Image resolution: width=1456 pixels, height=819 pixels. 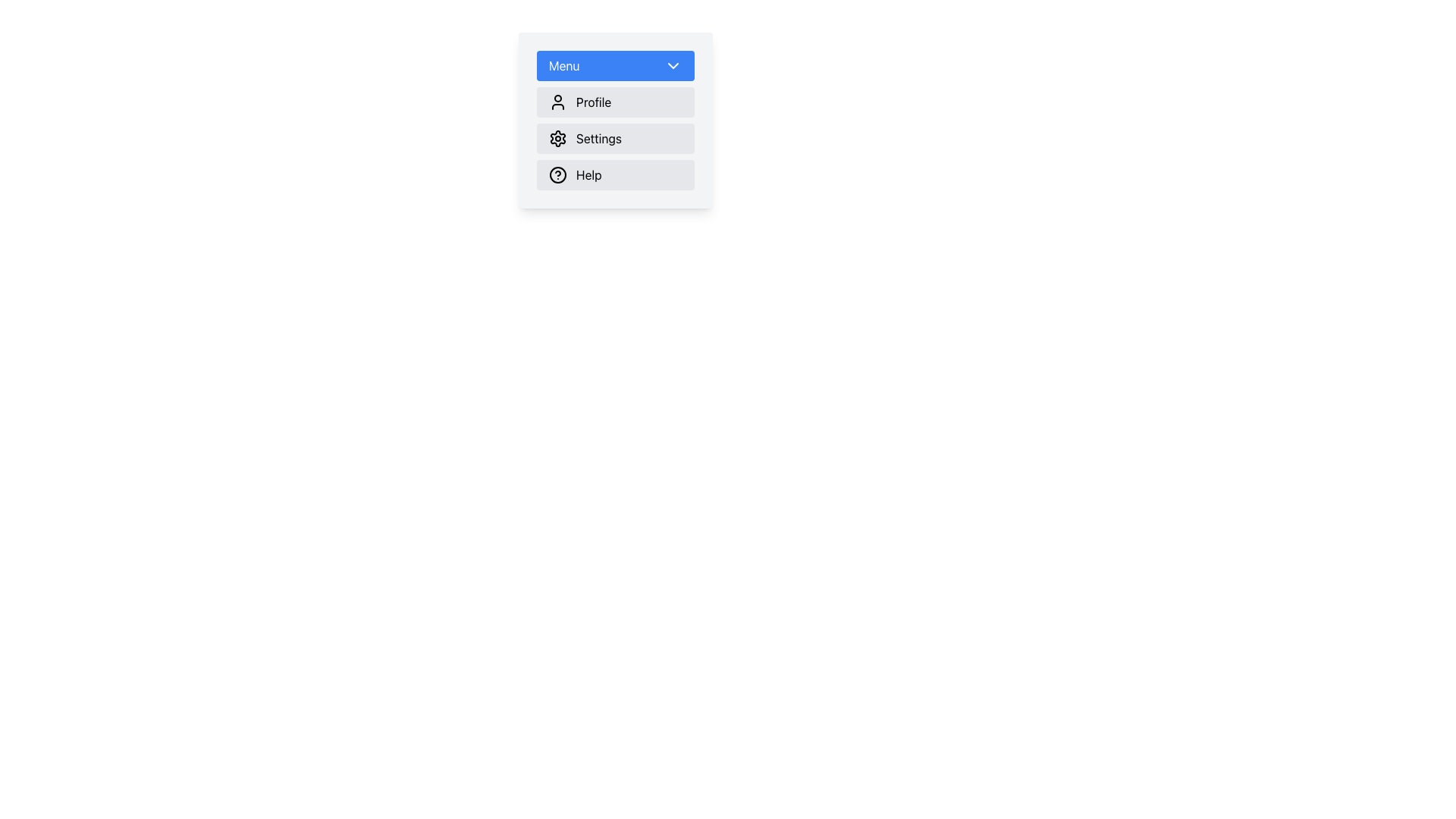 What do you see at coordinates (615, 138) in the screenshot?
I see `the settings navigation button, which is the second option in the vertical menu` at bounding box center [615, 138].